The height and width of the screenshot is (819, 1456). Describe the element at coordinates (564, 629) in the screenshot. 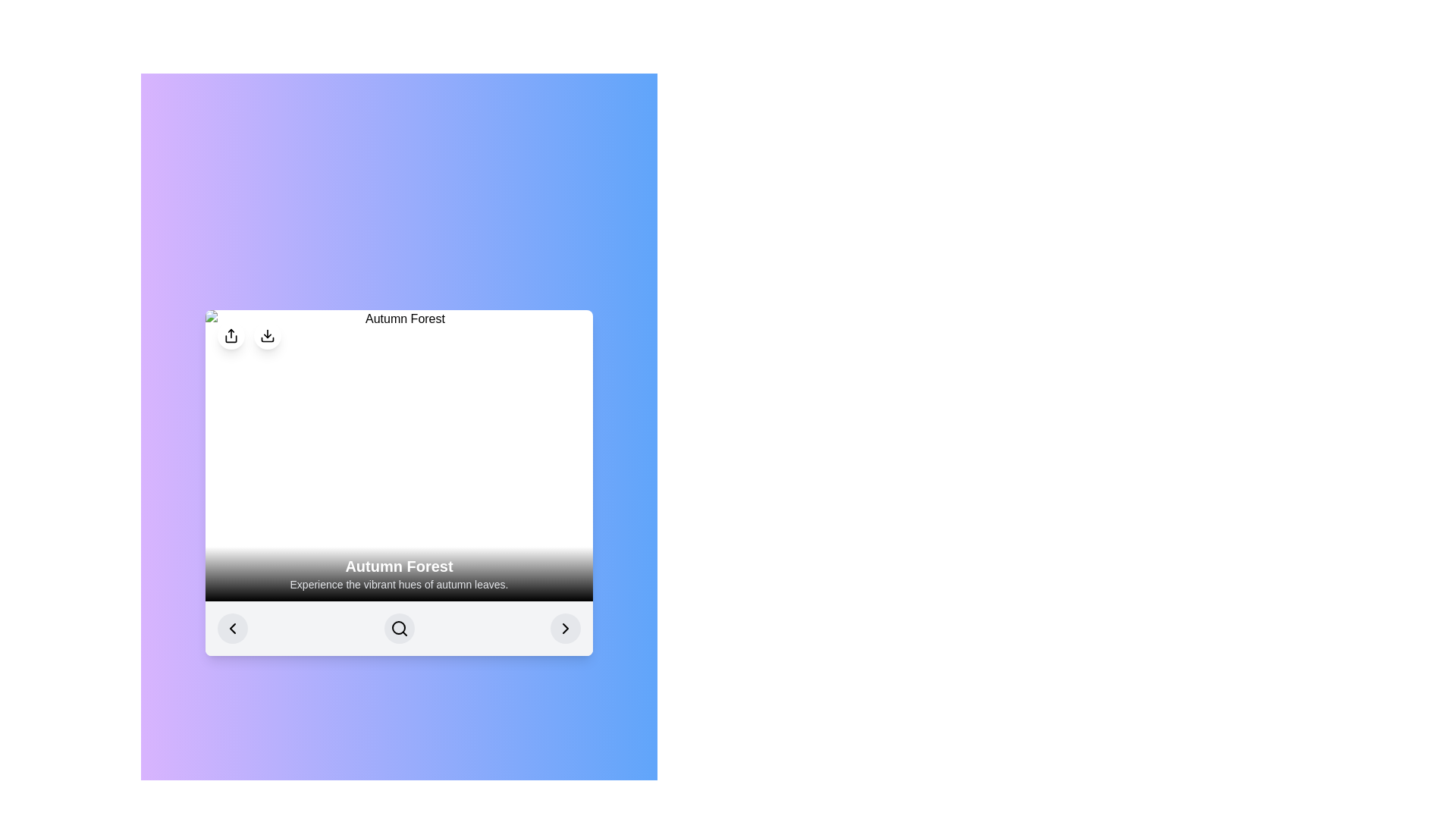

I see `the SVG icon embedded` at that location.